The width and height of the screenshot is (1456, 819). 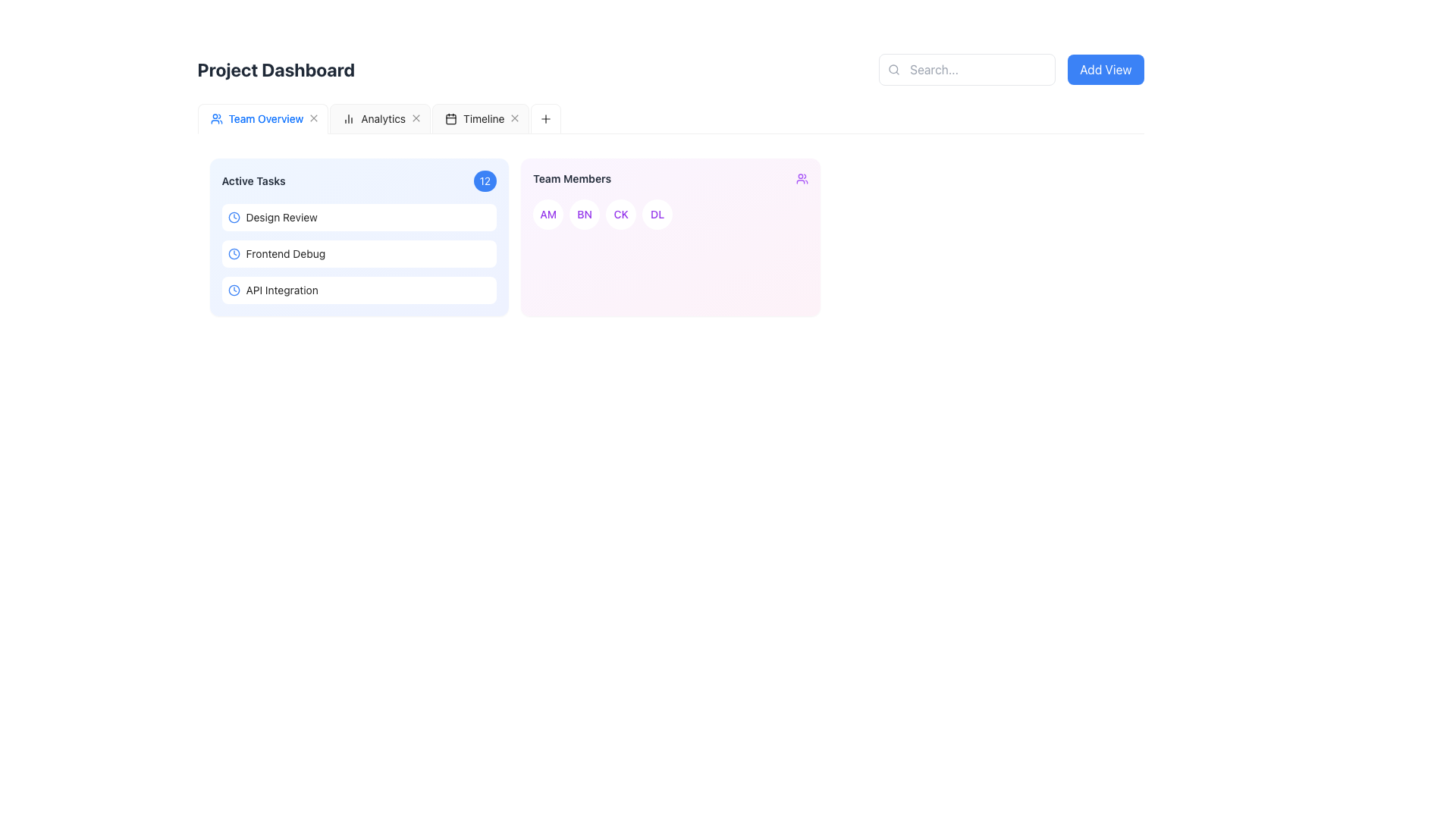 I want to click on the second circular avatar representing a team member in the 'Team Members' section of the interface, so click(x=584, y=214).